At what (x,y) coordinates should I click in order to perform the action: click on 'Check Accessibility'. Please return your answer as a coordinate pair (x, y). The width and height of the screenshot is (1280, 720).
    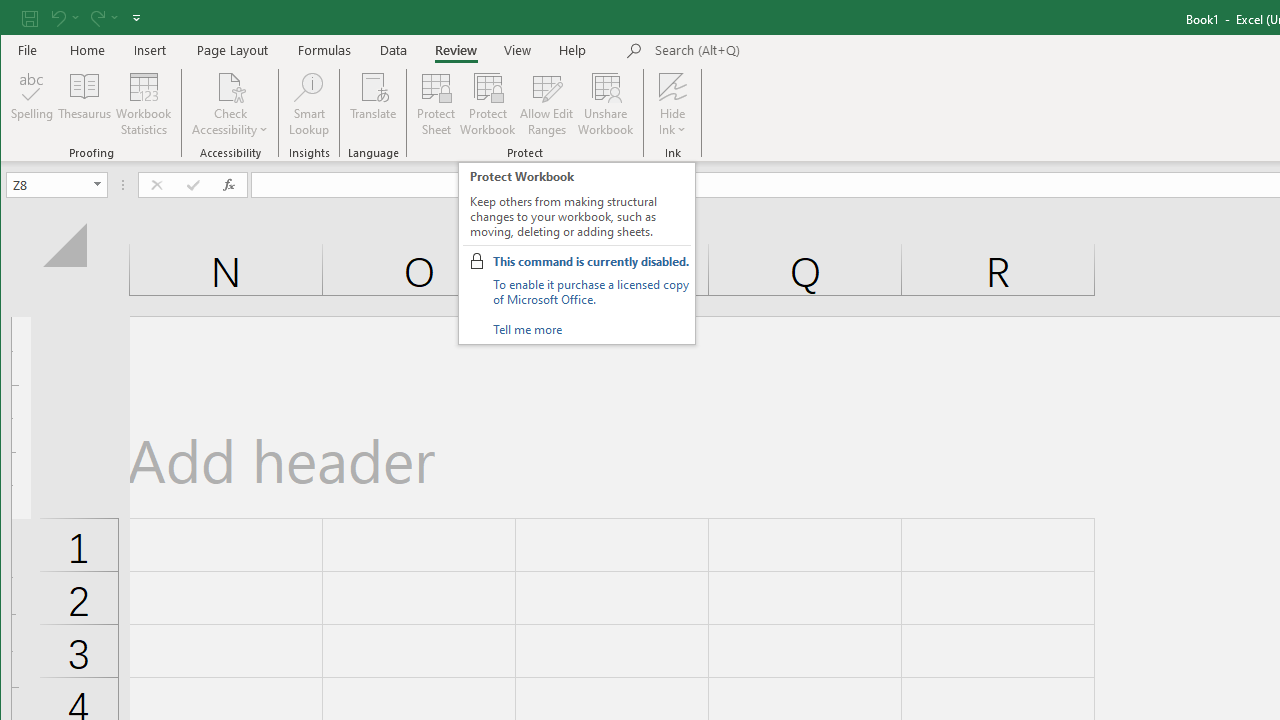
    Looking at the image, I should click on (230, 104).